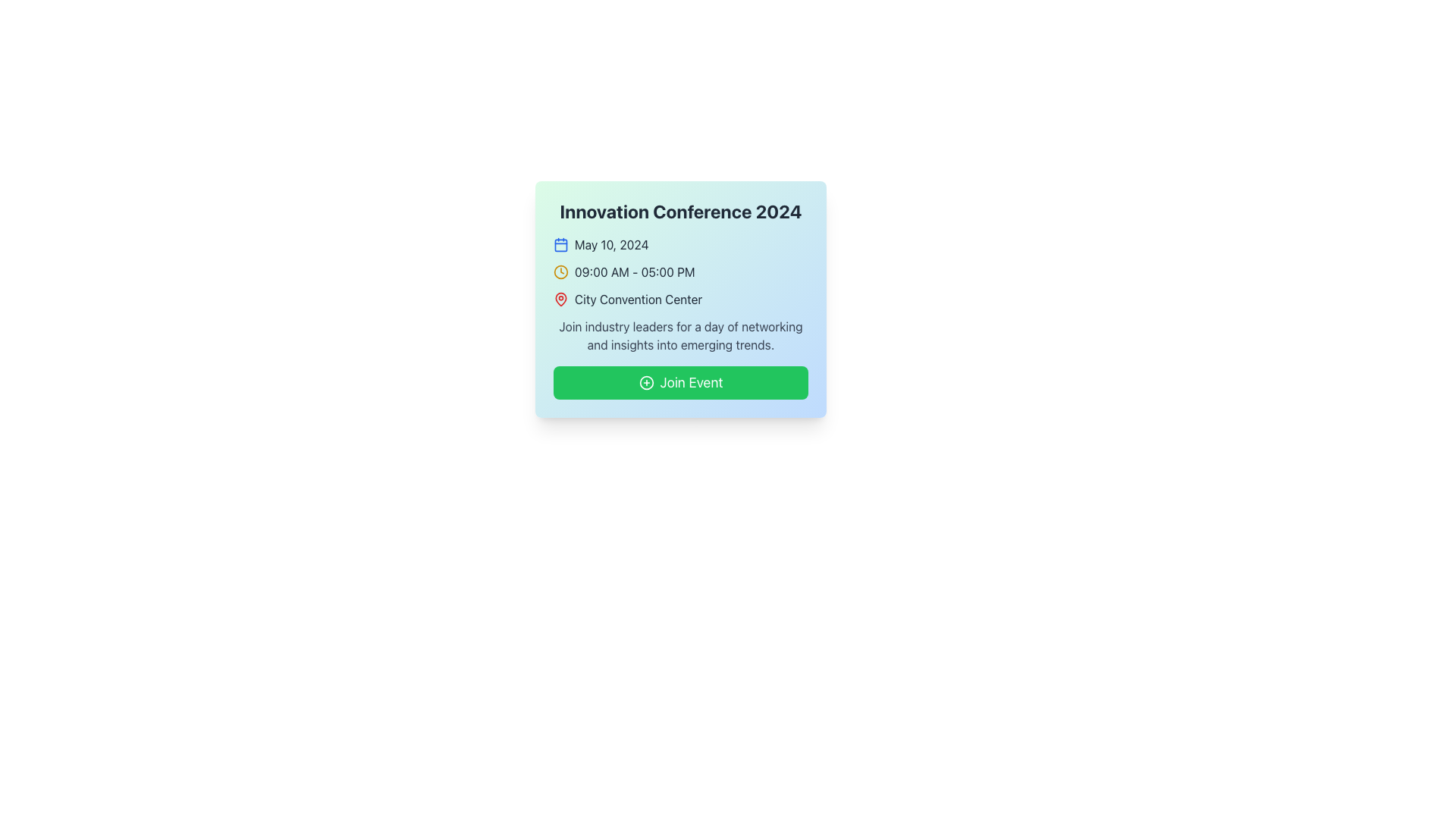 The image size is (1456, 819). Describe the element at coordinates (611, 244) in the screenshot. I see `static text element that represents the date of the event, positioned to the immediate right of a calendar icon at the top section of the card` at that location.